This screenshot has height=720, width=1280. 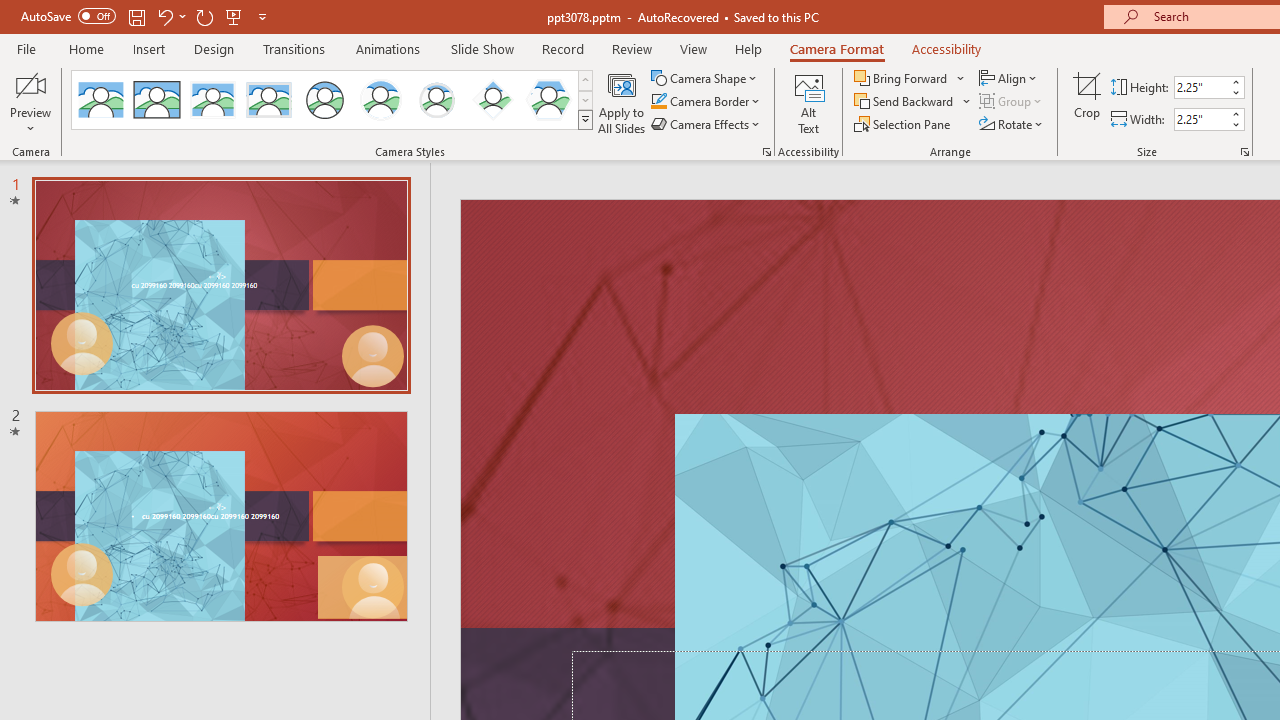 I want to click on 'Selection Pane...', so click(x=903, y=124).